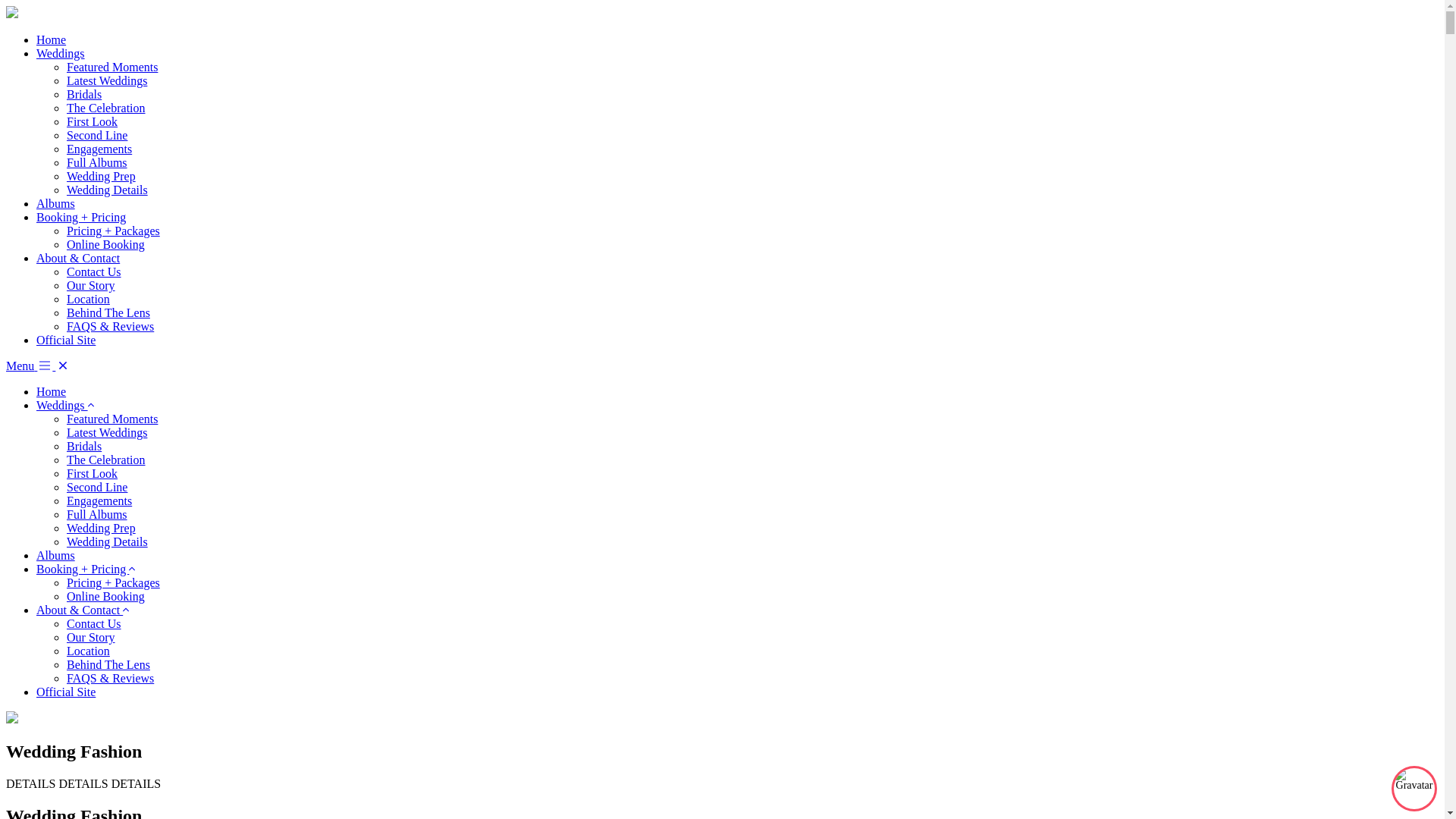 The width and height of the screenshot is (1456, 819). What do you see at coordinates (64, 339) in the screenshot?
I see `'Official Site'` at bounding box center [64, 339].